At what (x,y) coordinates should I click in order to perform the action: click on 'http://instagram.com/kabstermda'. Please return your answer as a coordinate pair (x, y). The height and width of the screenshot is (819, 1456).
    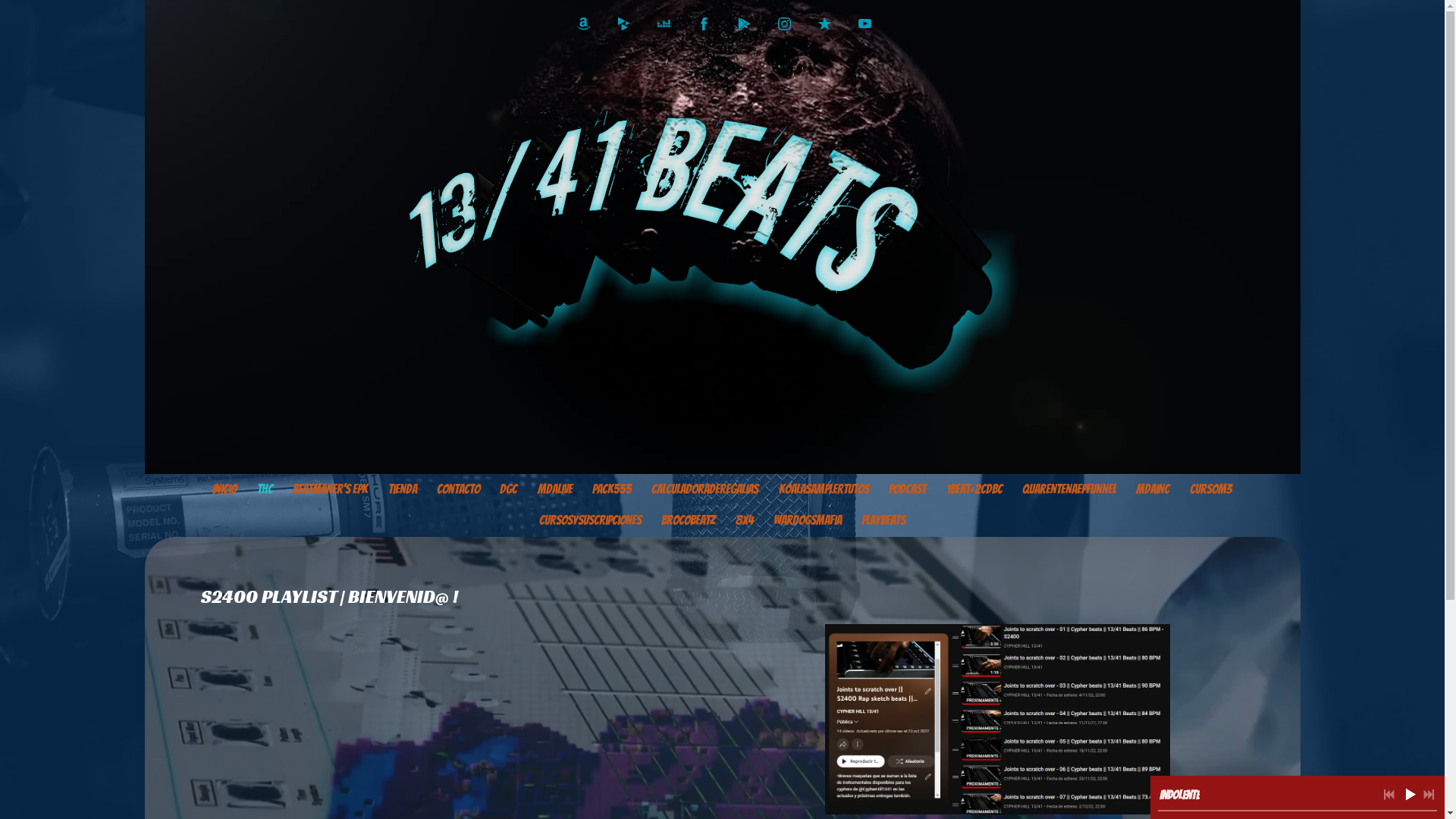
    Looking at the image, I should click on (784, 24).